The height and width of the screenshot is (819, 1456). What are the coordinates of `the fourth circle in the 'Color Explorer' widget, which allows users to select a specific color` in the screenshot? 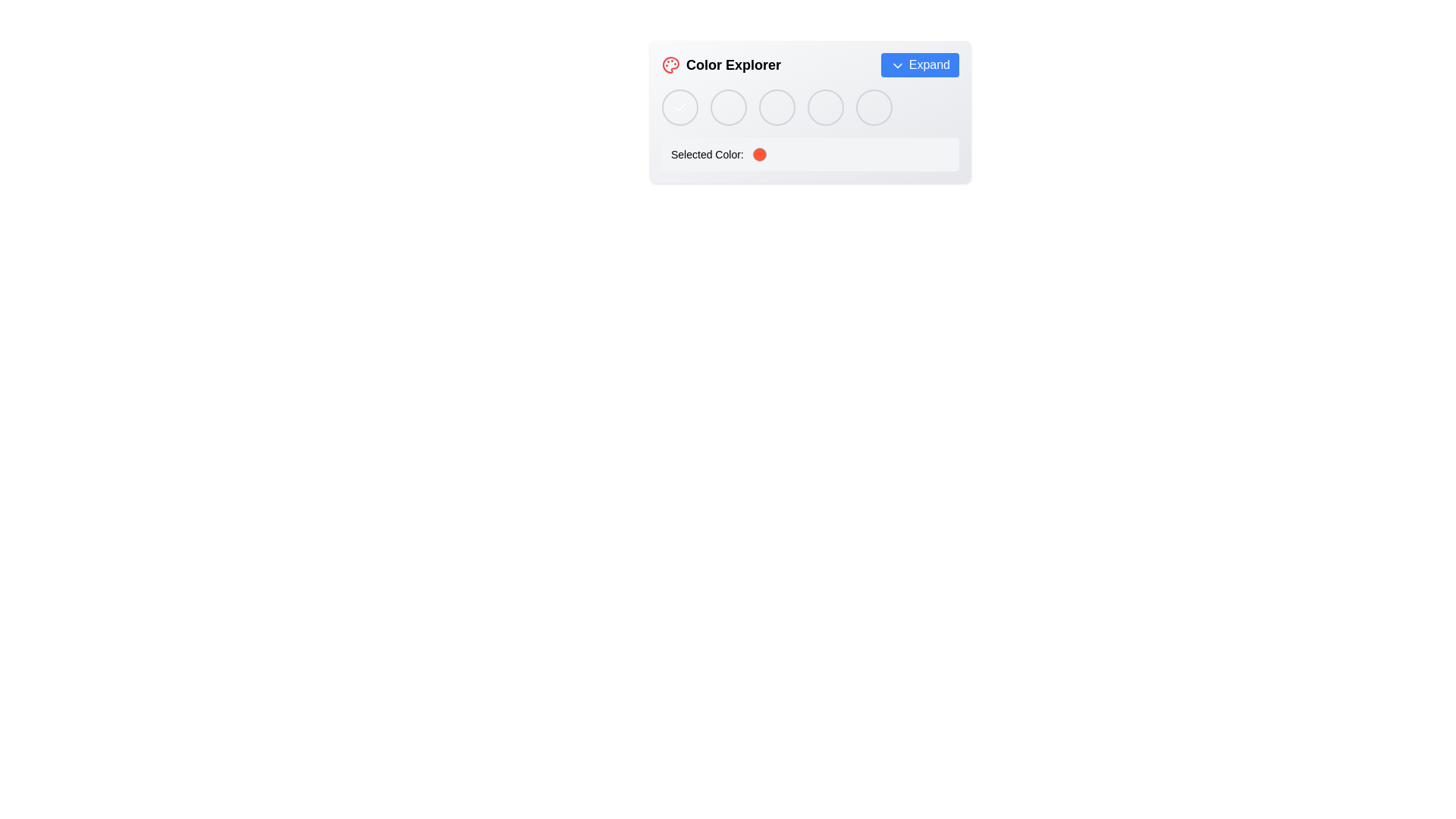 It's located at (810, 107).